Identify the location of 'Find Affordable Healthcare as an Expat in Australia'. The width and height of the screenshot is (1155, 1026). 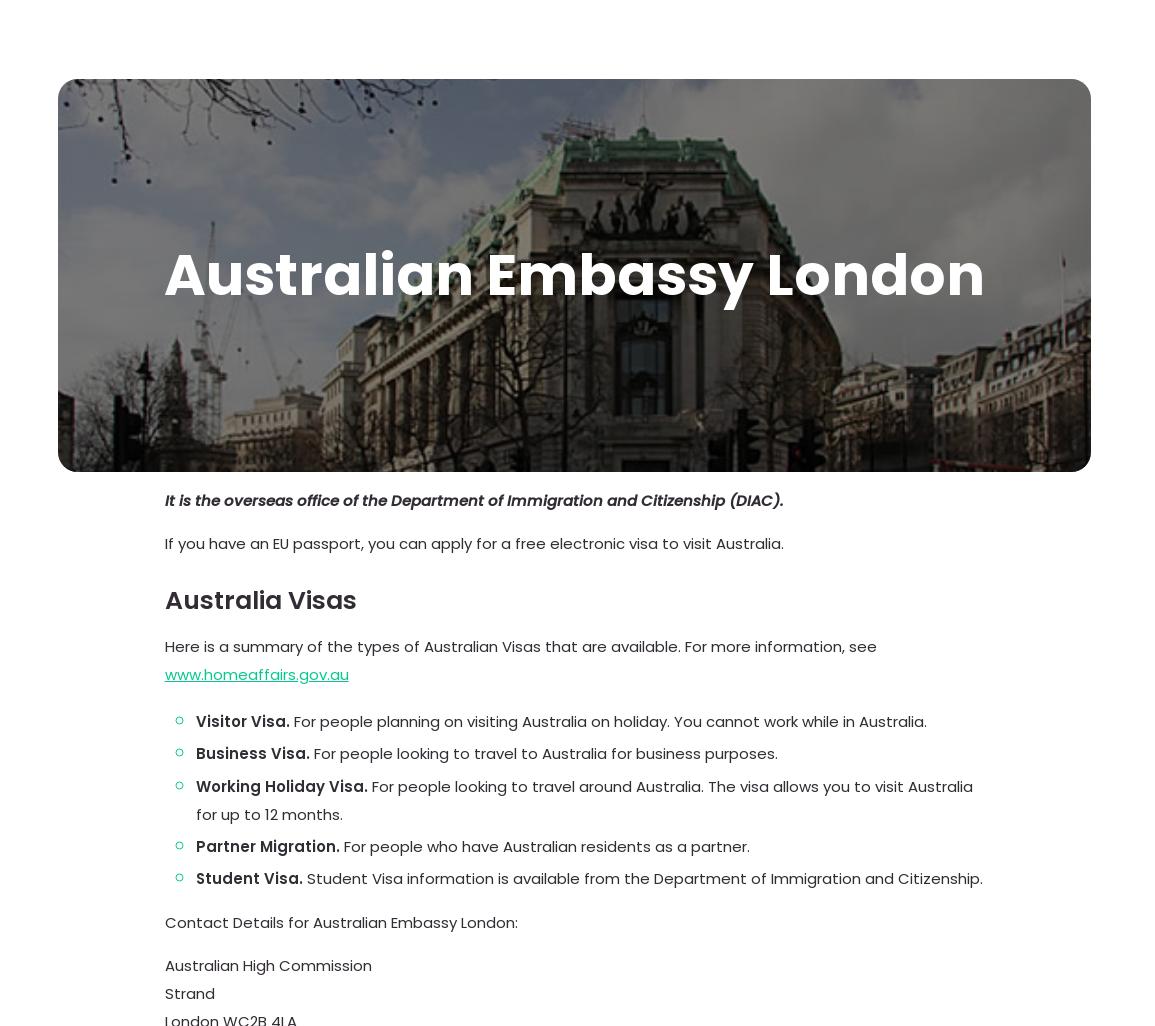
(844, 889).